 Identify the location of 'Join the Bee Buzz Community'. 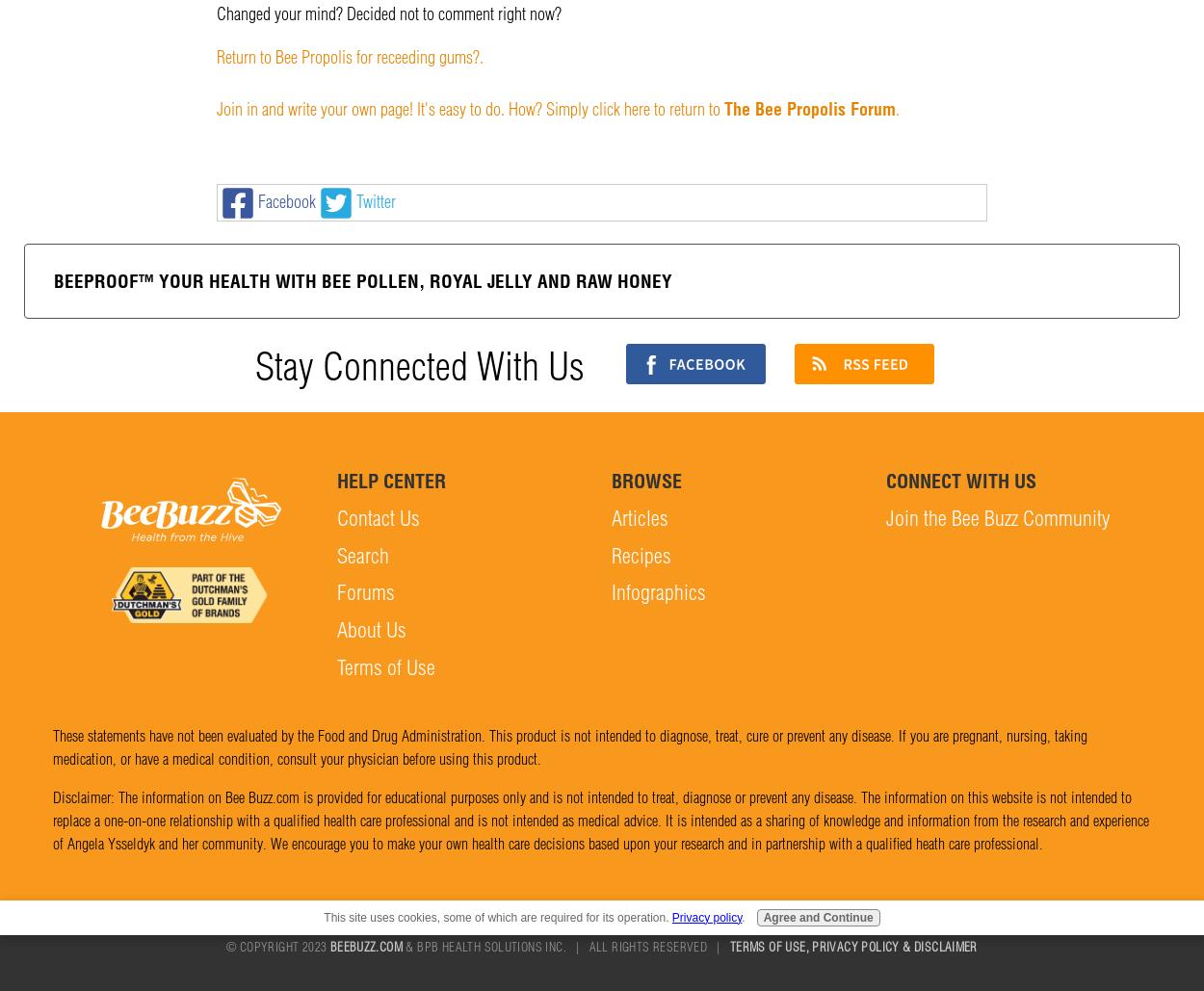
(998, 516).